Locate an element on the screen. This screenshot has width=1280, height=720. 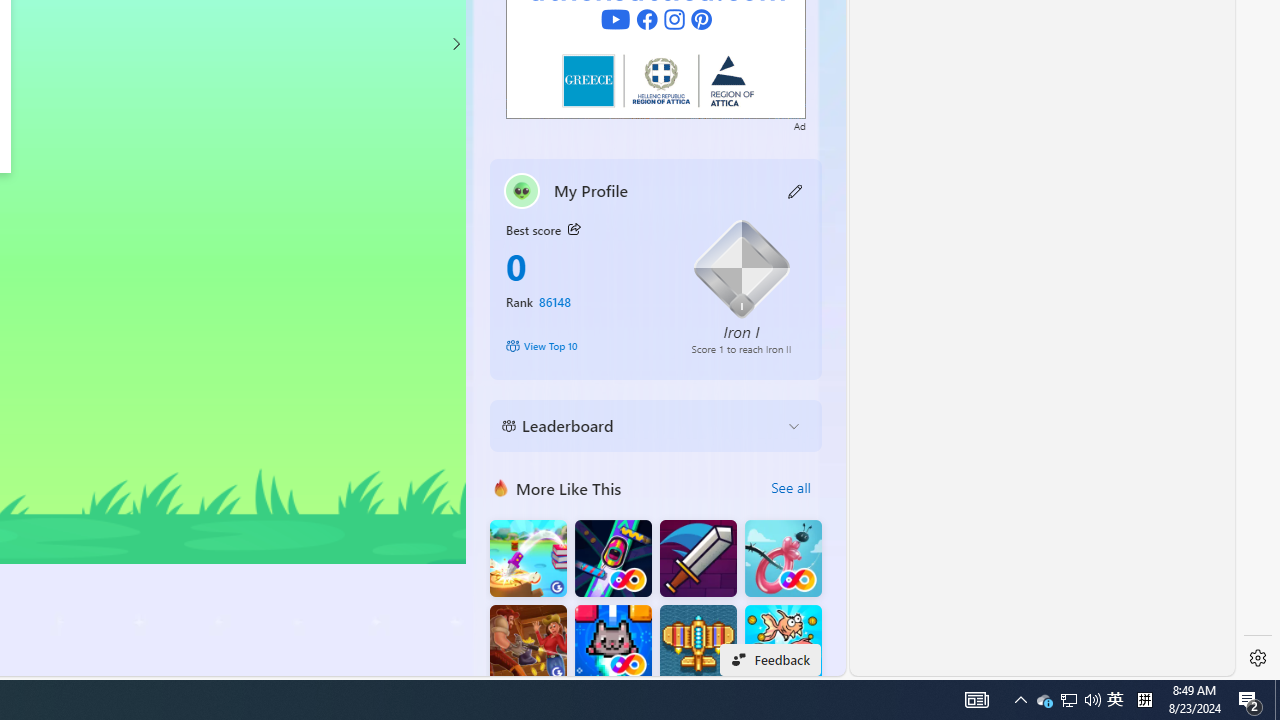
'View Top 10' is located at coordinates (583, 344).